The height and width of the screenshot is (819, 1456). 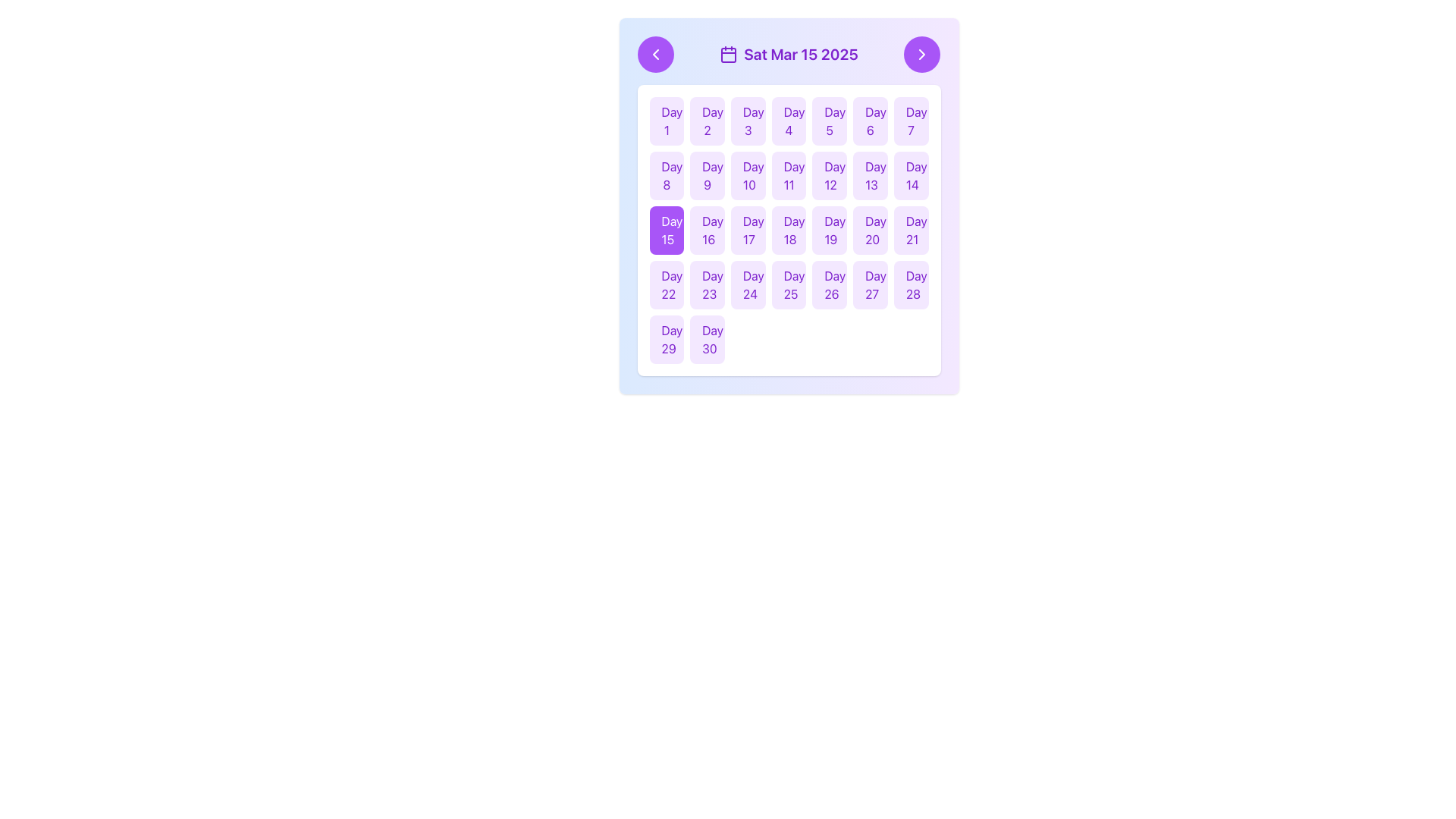 I want to click on the button representing the specific day in the calendar interface located in the second row and third column, so click(x=748, y=174).